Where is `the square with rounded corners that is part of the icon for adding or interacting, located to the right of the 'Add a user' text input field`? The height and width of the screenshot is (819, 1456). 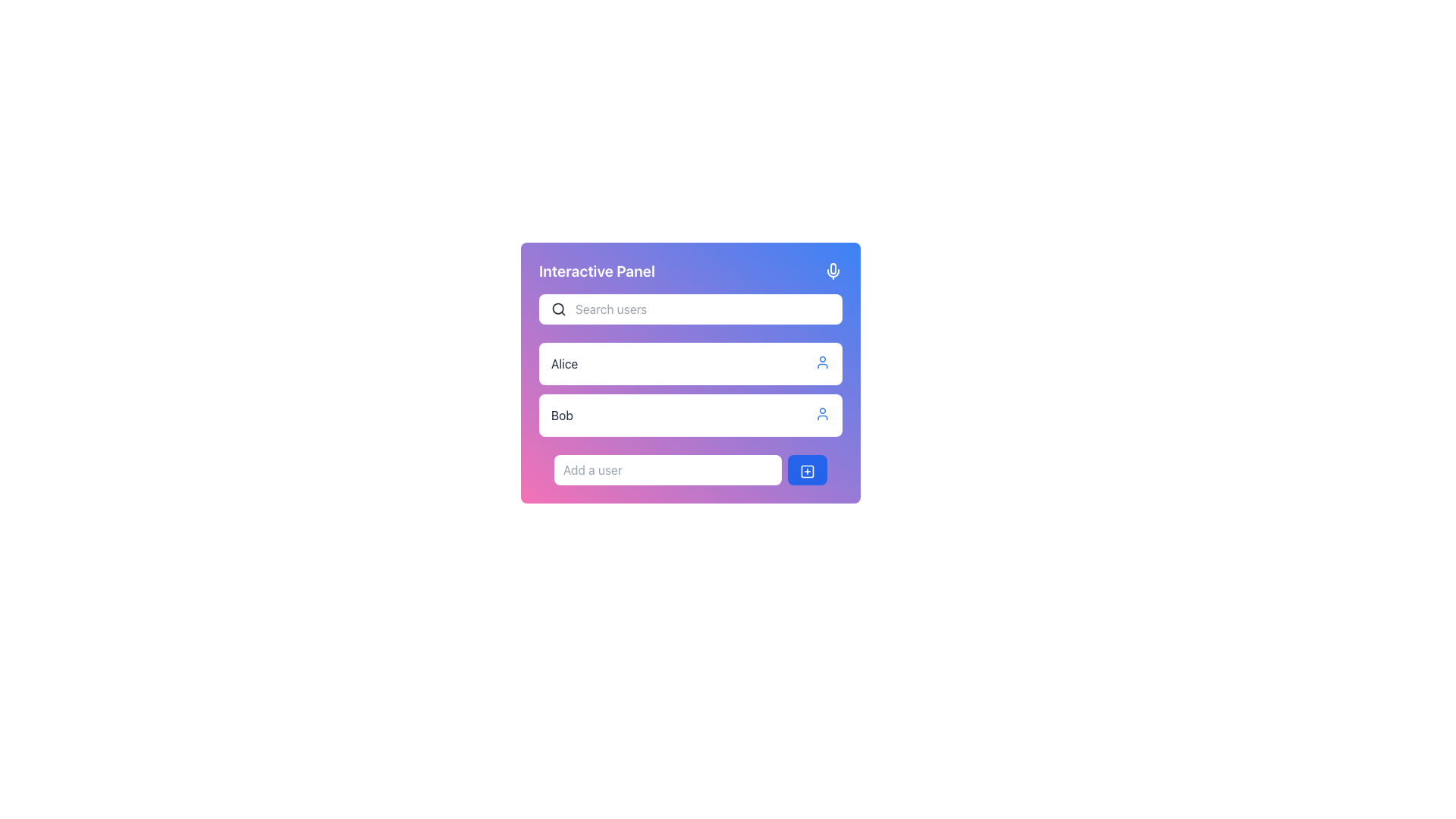
the square with rounded corners that is part of the icon for adding or interacting, located to the right of the 'Add a user' text input field is located at coordinates (807, 470).